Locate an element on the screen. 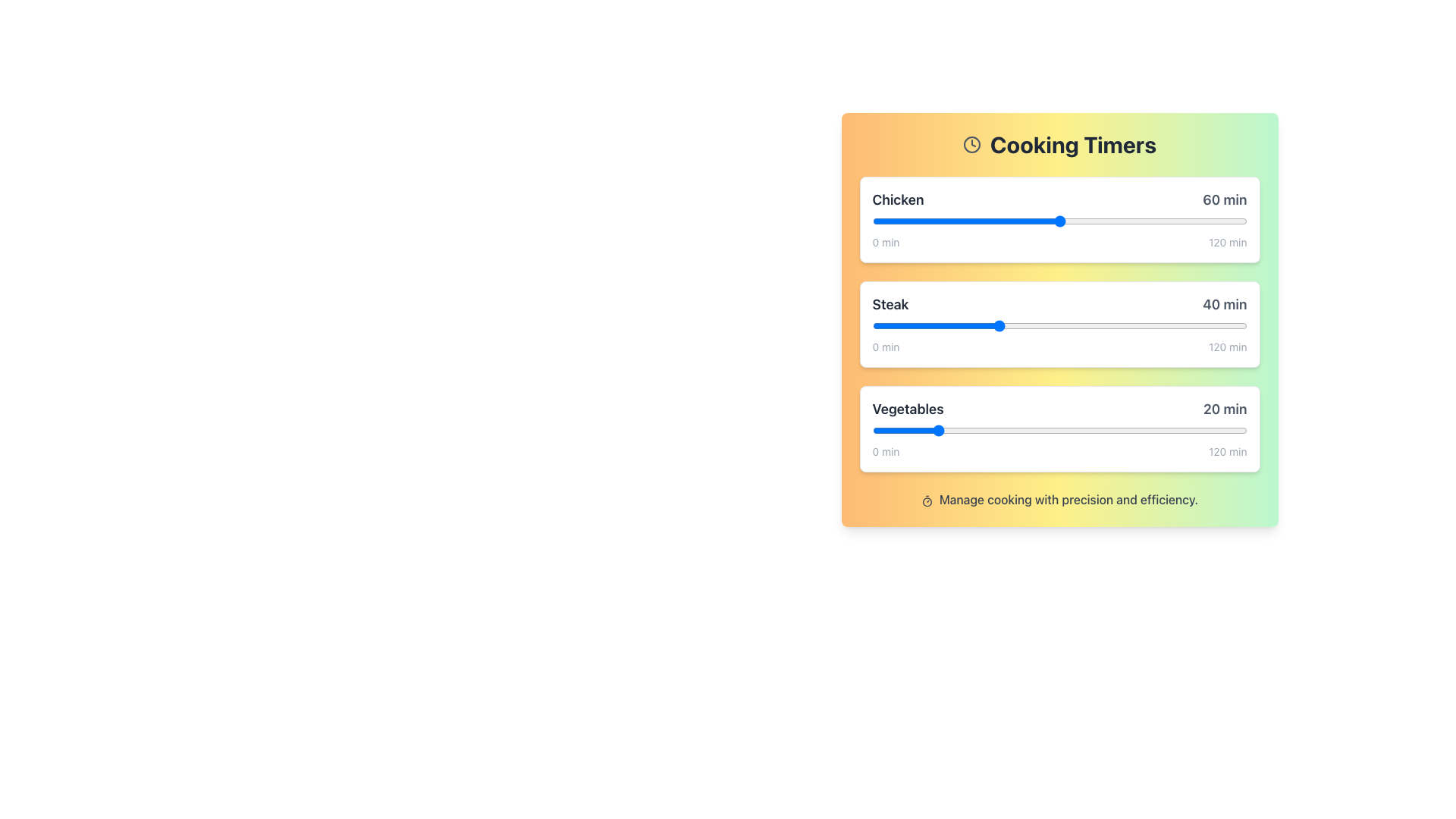 This screenshot has height=819, width=1456. the cooking timer for the chicken is located at coordinates (978, 221).